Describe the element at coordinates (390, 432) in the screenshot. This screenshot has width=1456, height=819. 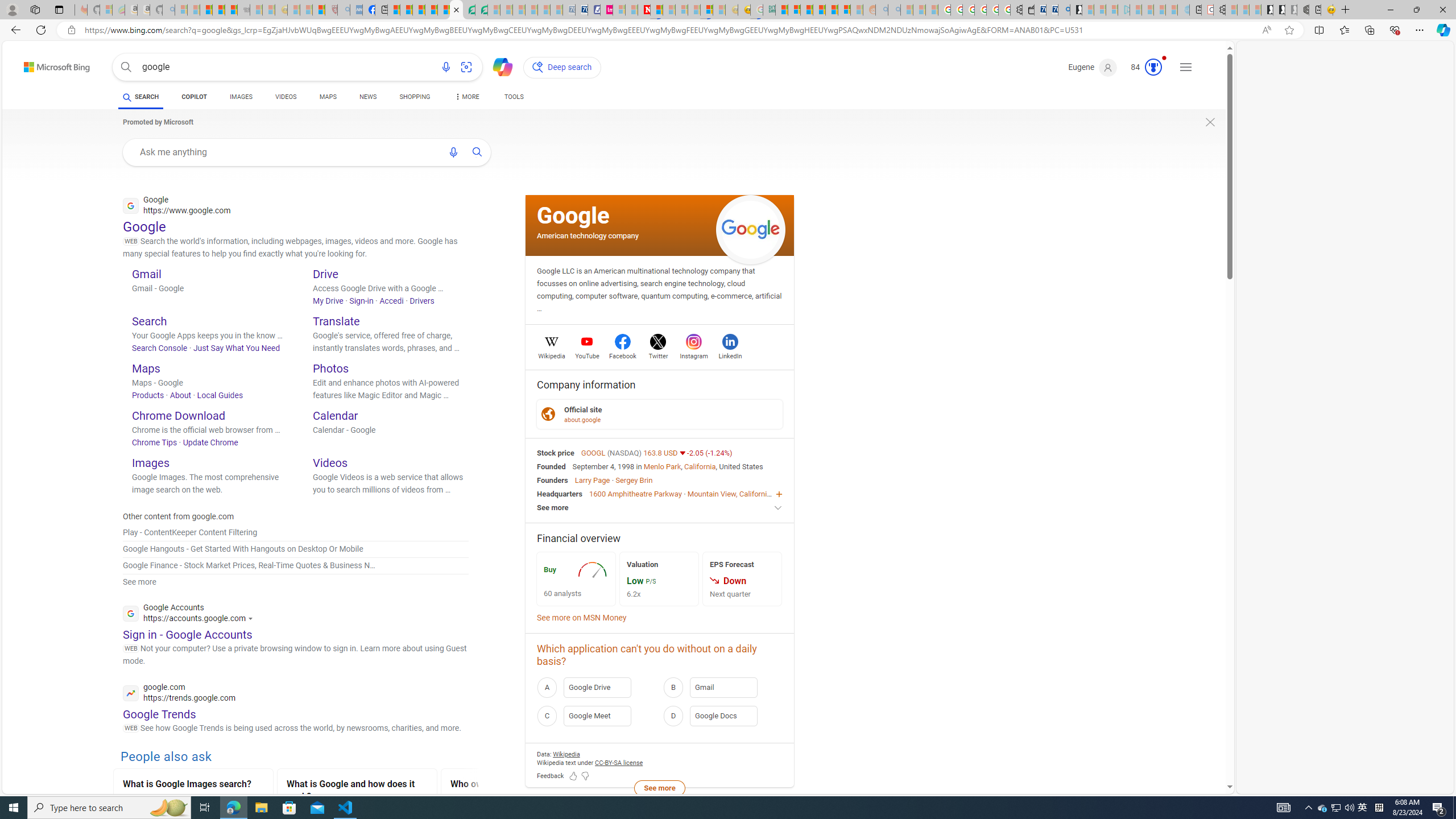
I see `'CalendarCalendar - Google'` at that location.